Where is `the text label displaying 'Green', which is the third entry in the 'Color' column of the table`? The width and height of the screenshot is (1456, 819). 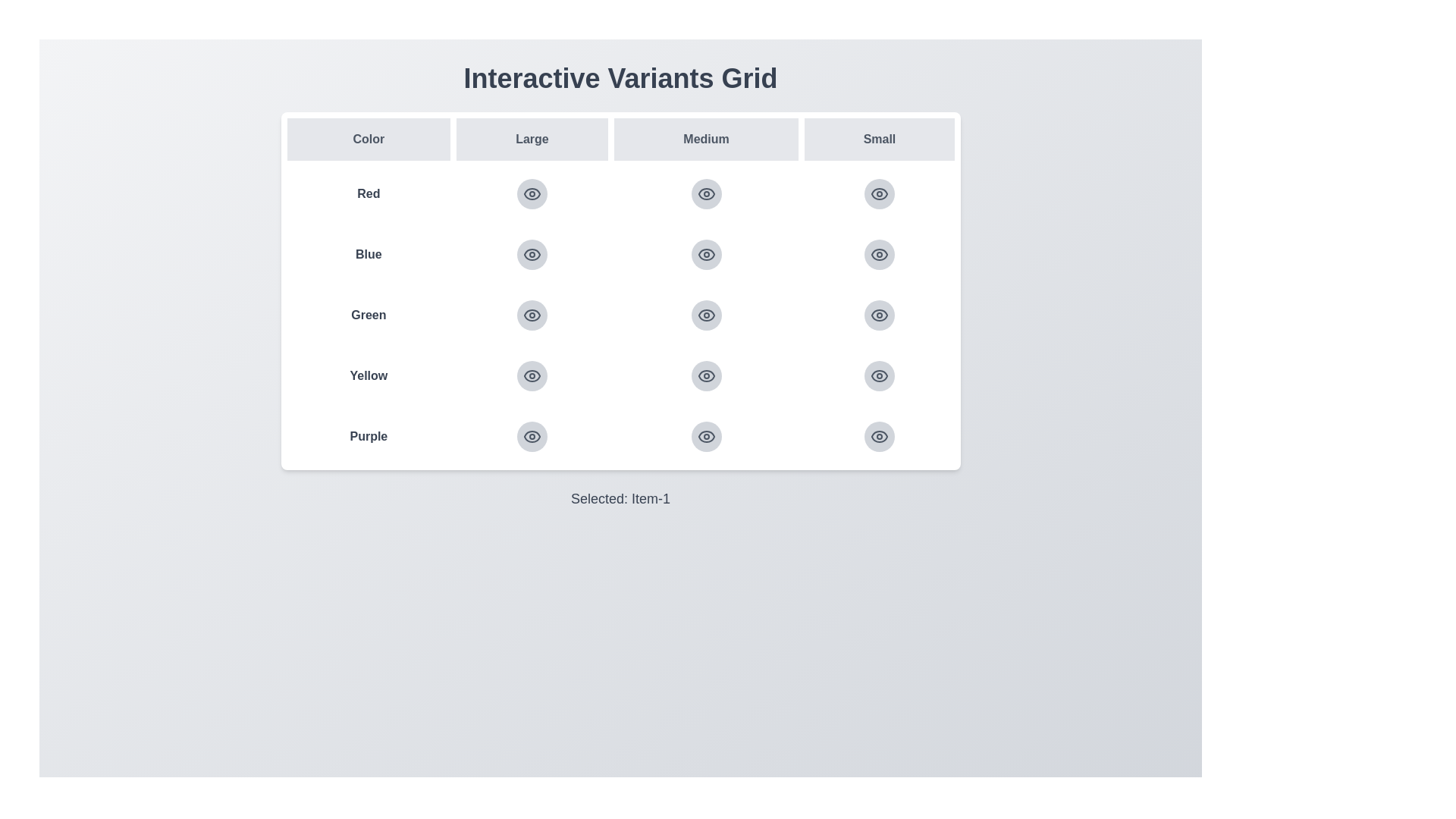
the text label displaying 'Green', which is the third entry in the 'Color' column of the table is located at coordinates (369, 315).